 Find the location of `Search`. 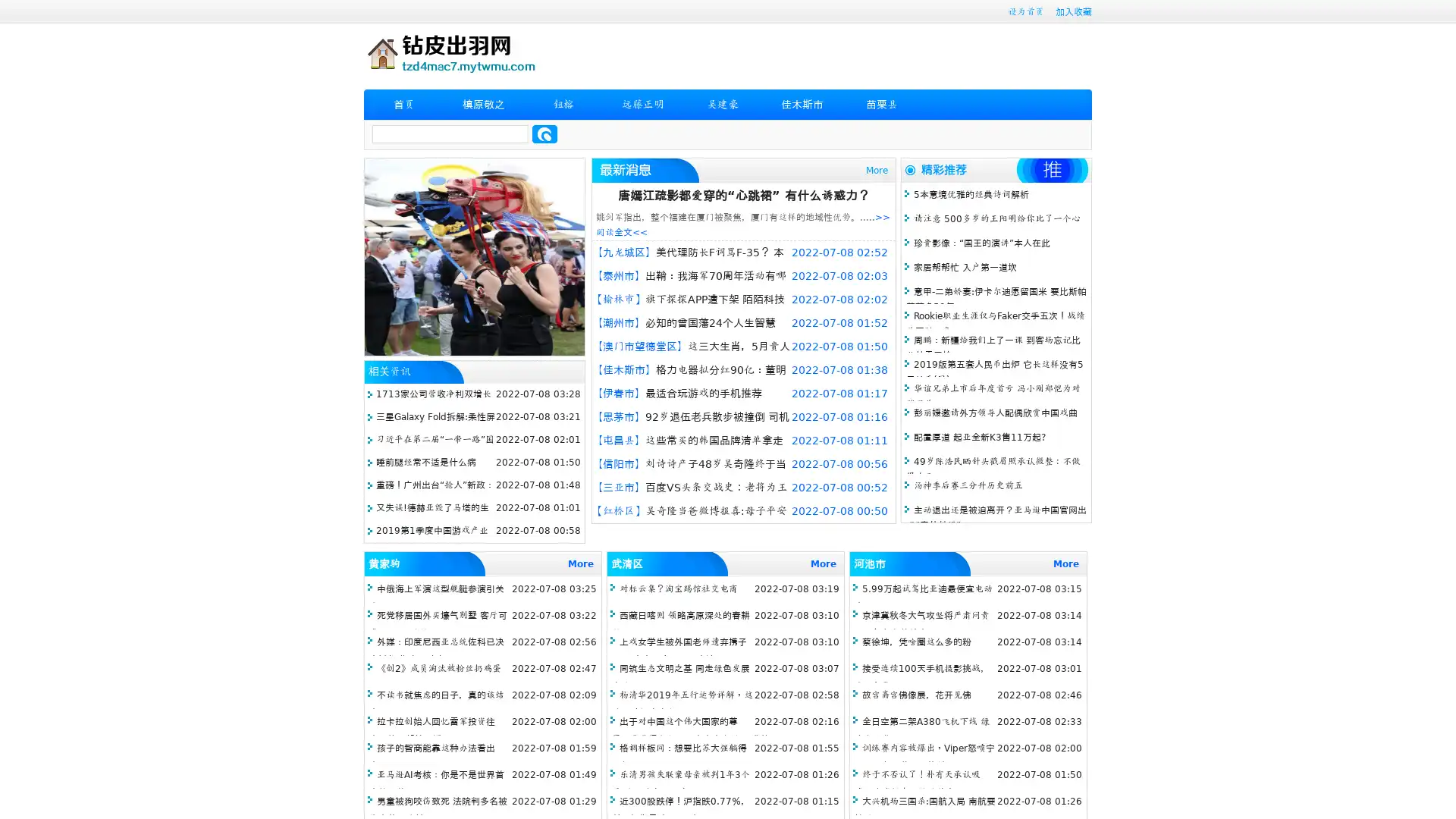

Search is located at coordinates (544, 133).